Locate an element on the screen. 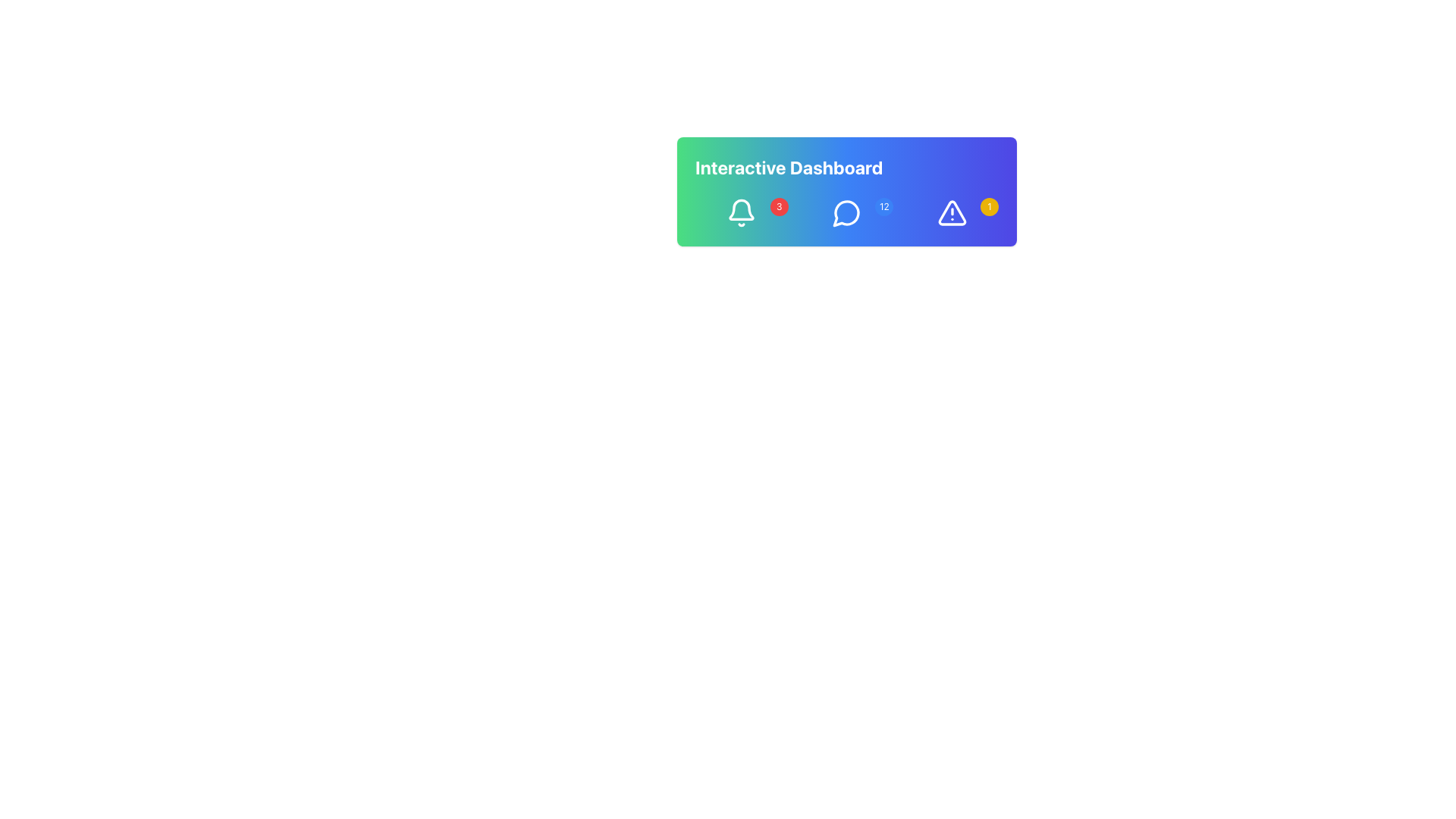 The width and height of the screenshot is (1456, 819). the Notification Icon with Badge is located at coordinates (742, 213).